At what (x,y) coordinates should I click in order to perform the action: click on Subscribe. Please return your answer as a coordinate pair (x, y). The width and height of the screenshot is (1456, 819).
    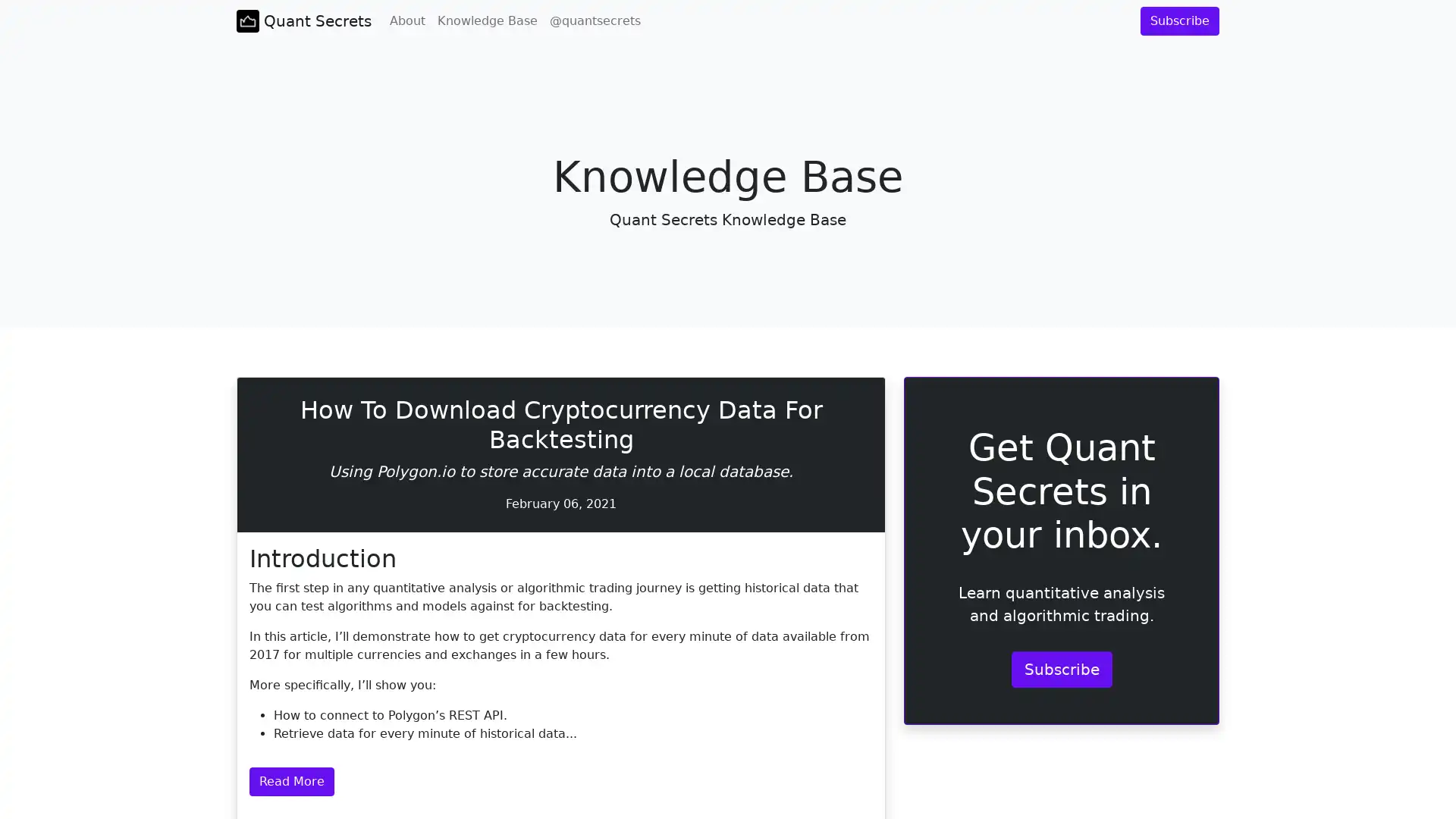
    Looking at the image, I should click on (1060, 668).